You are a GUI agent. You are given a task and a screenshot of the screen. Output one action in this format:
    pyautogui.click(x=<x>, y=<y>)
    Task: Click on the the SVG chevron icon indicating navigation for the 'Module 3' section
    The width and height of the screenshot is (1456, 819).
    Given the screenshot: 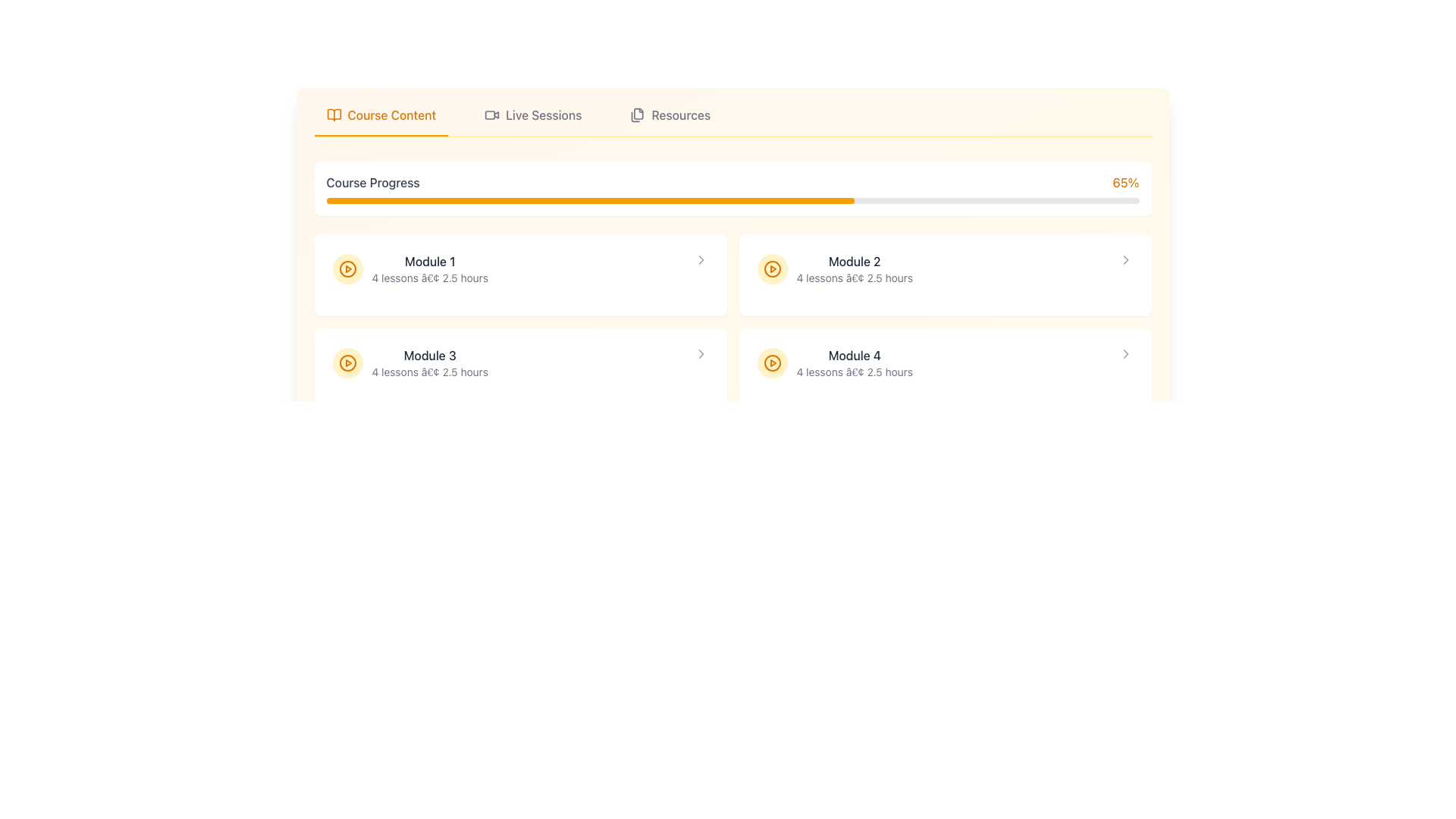 What is the action you would take?
    pyautogui.click(x=700, y=353)
    